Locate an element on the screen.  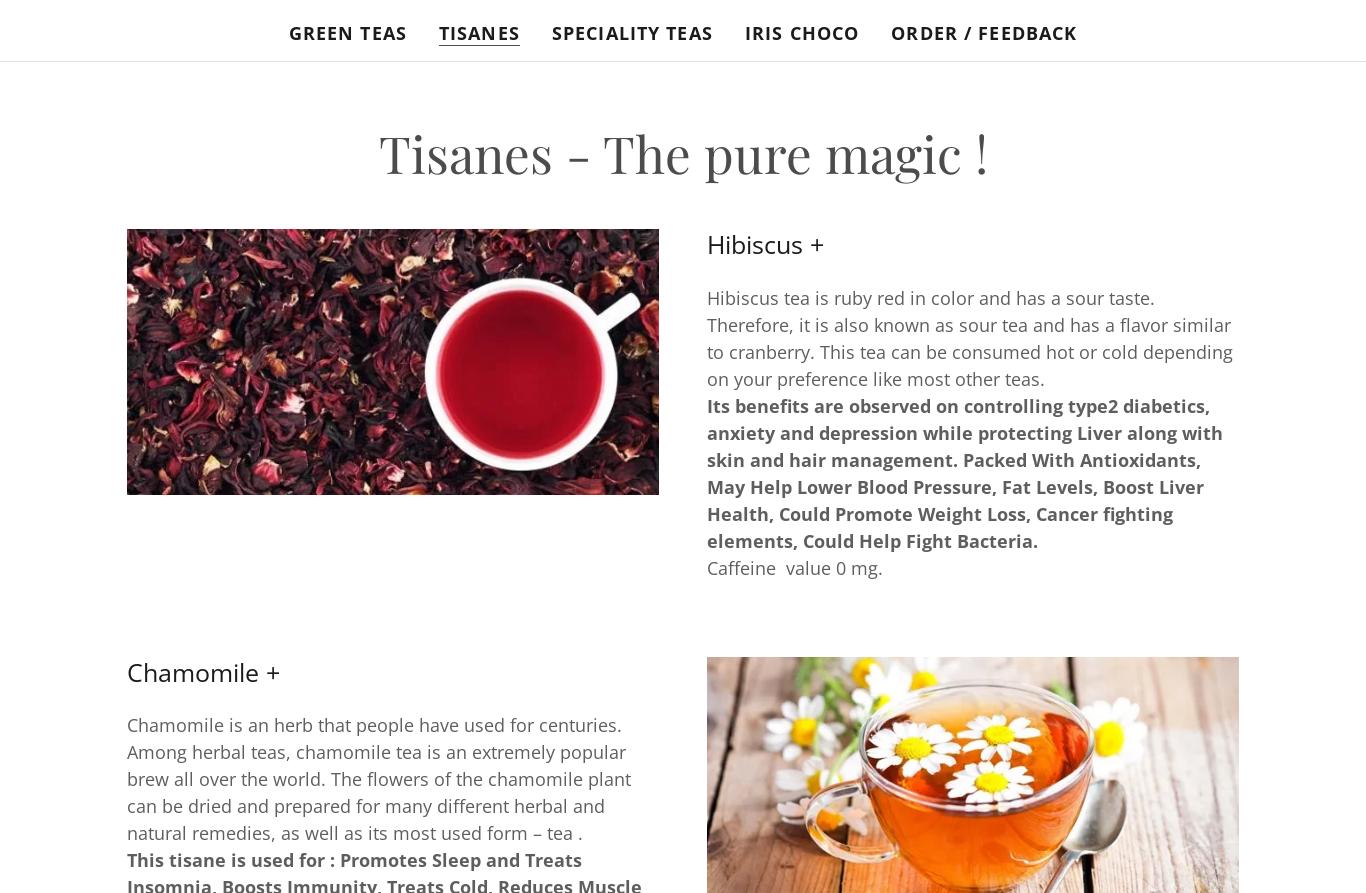
'Its benefits are observed on controlling type2 diabetics, anxiety and depression while protecting Liver along with skin and hair management. Packed With Antioxidants, May Help Lower Blood Pressure, Fat Levels, Boost Liver Health, Could Promote Weight Loss, Cancer fighting elements, Could Help Fight Bacteria.' is located at coordinates (964, 471).